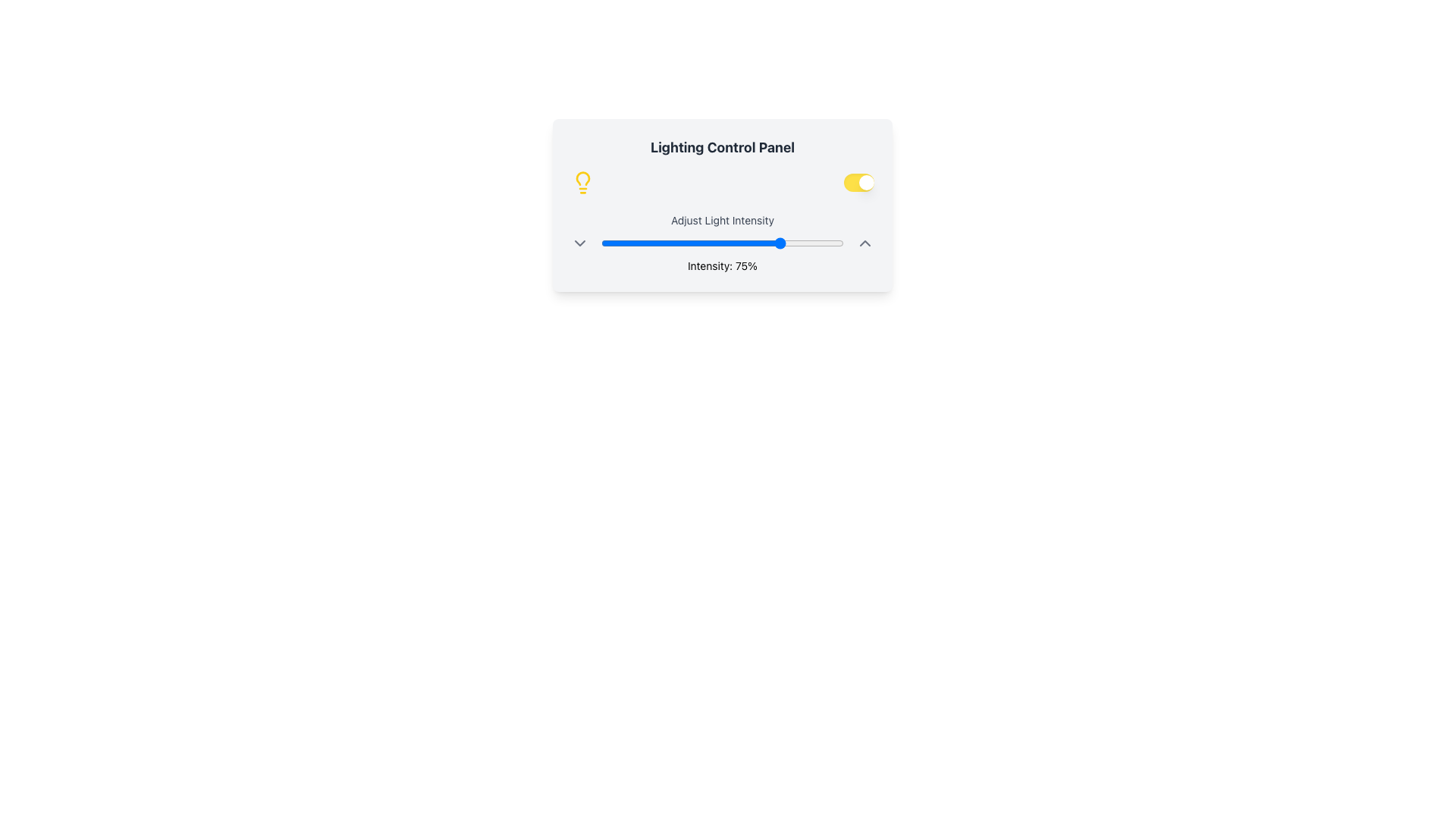  What do you see at coordinates (722, 242) in the screenshot?
I see `the circular handle of the horizontal slider, located between the label 'Adjust Light Intensity' and the value display 'Intensity: 75%'` at bounding box center [722, 242].